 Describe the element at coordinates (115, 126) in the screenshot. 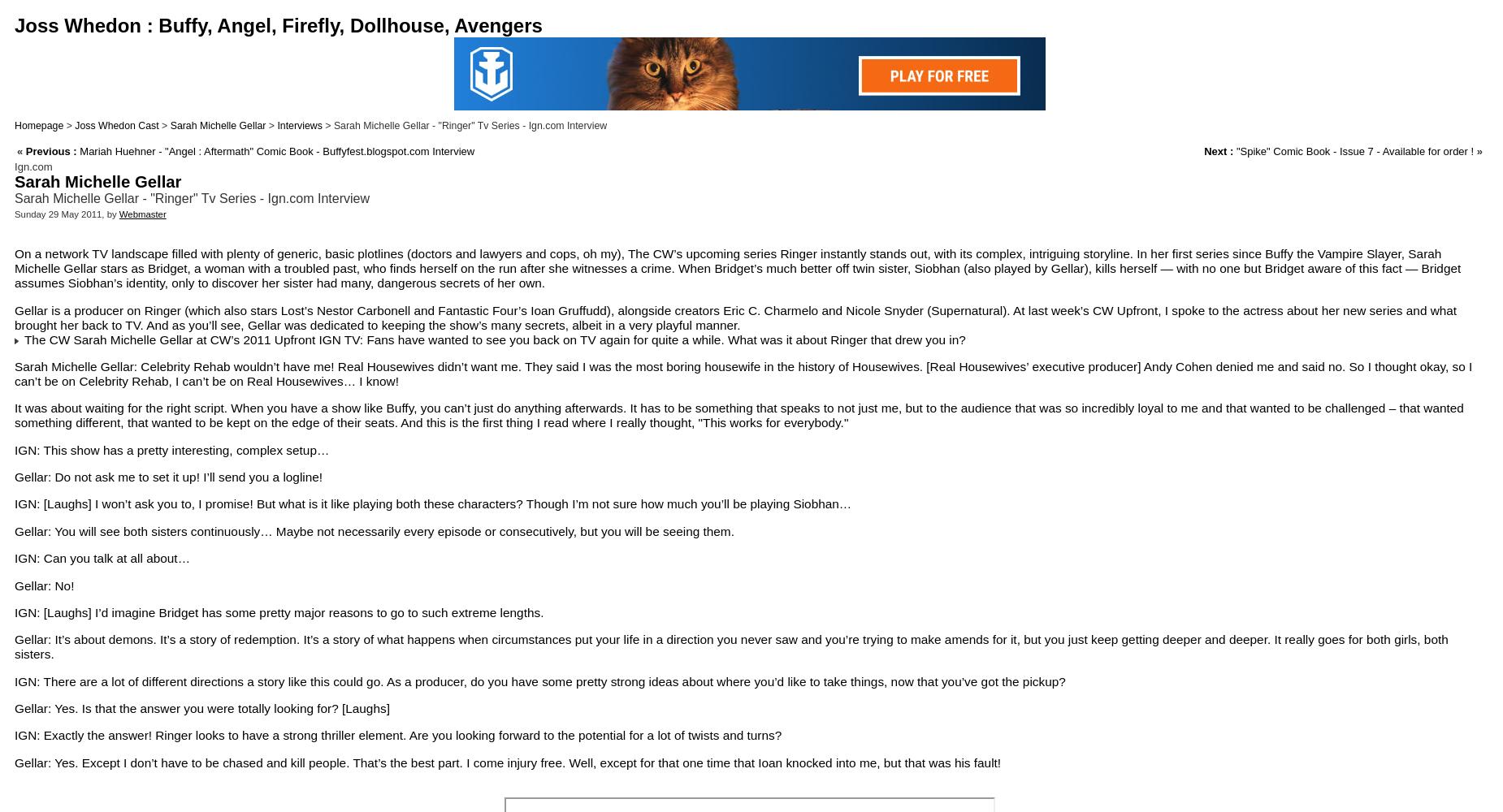

I see `'Joss Whedon Cast'` at that location.